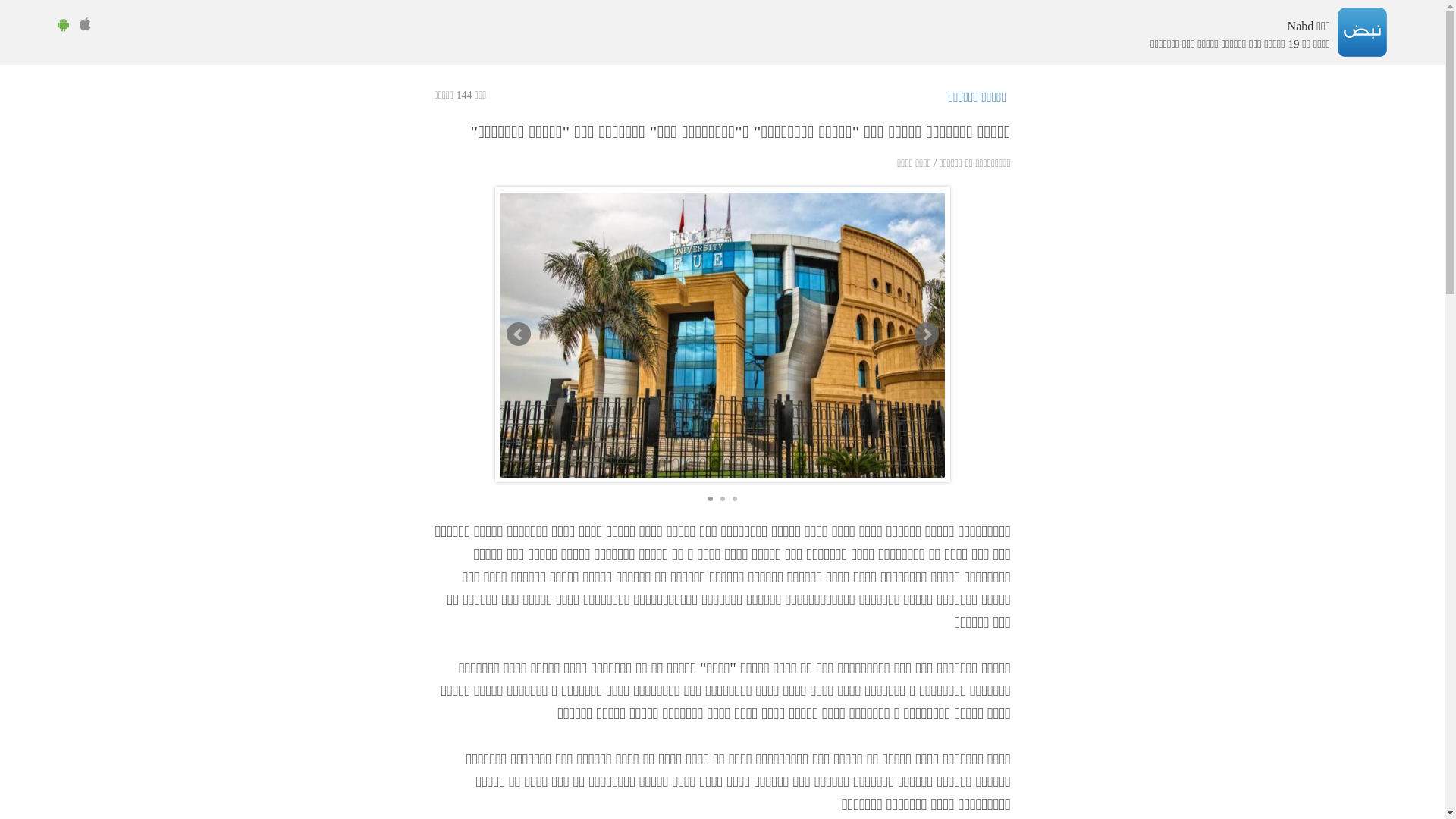  Describe the element at coordinates (722, 499) in the screenshot. I see `'2'` at that location.